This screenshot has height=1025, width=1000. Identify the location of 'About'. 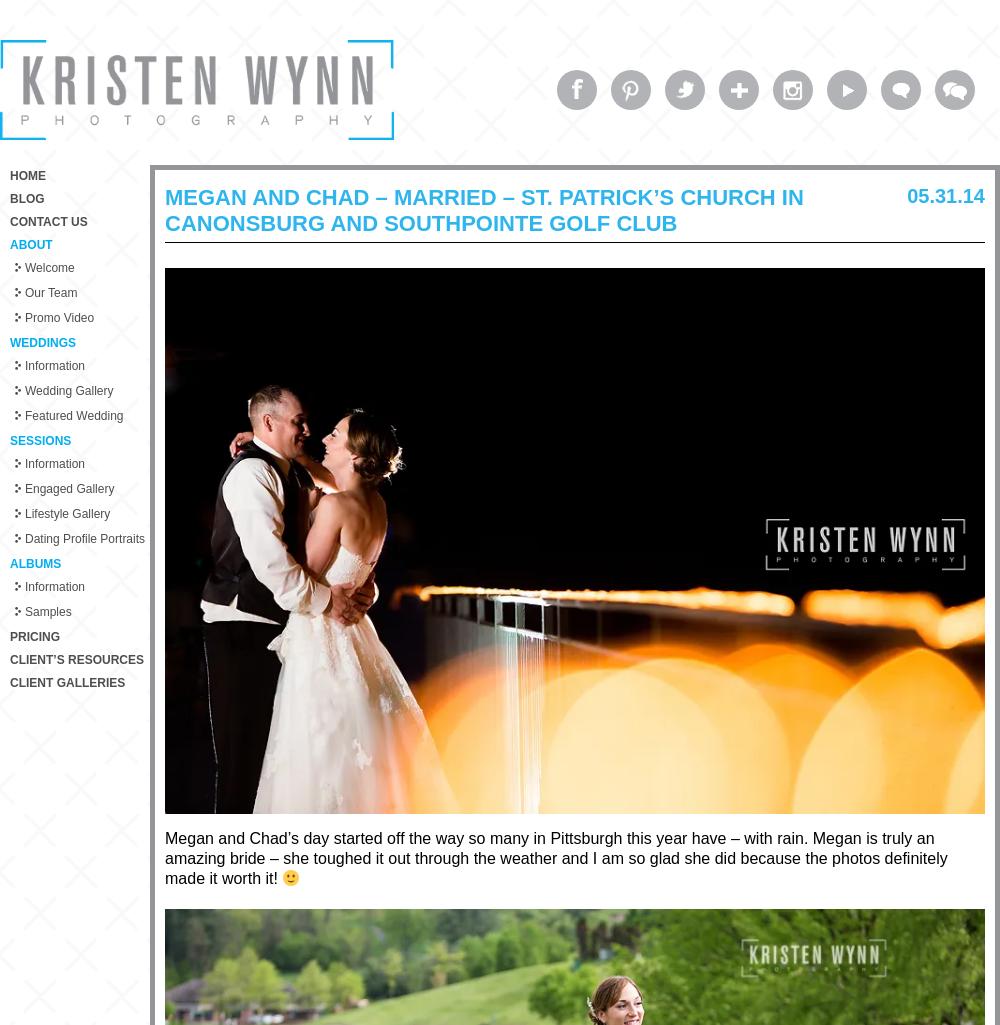
(31, 243).